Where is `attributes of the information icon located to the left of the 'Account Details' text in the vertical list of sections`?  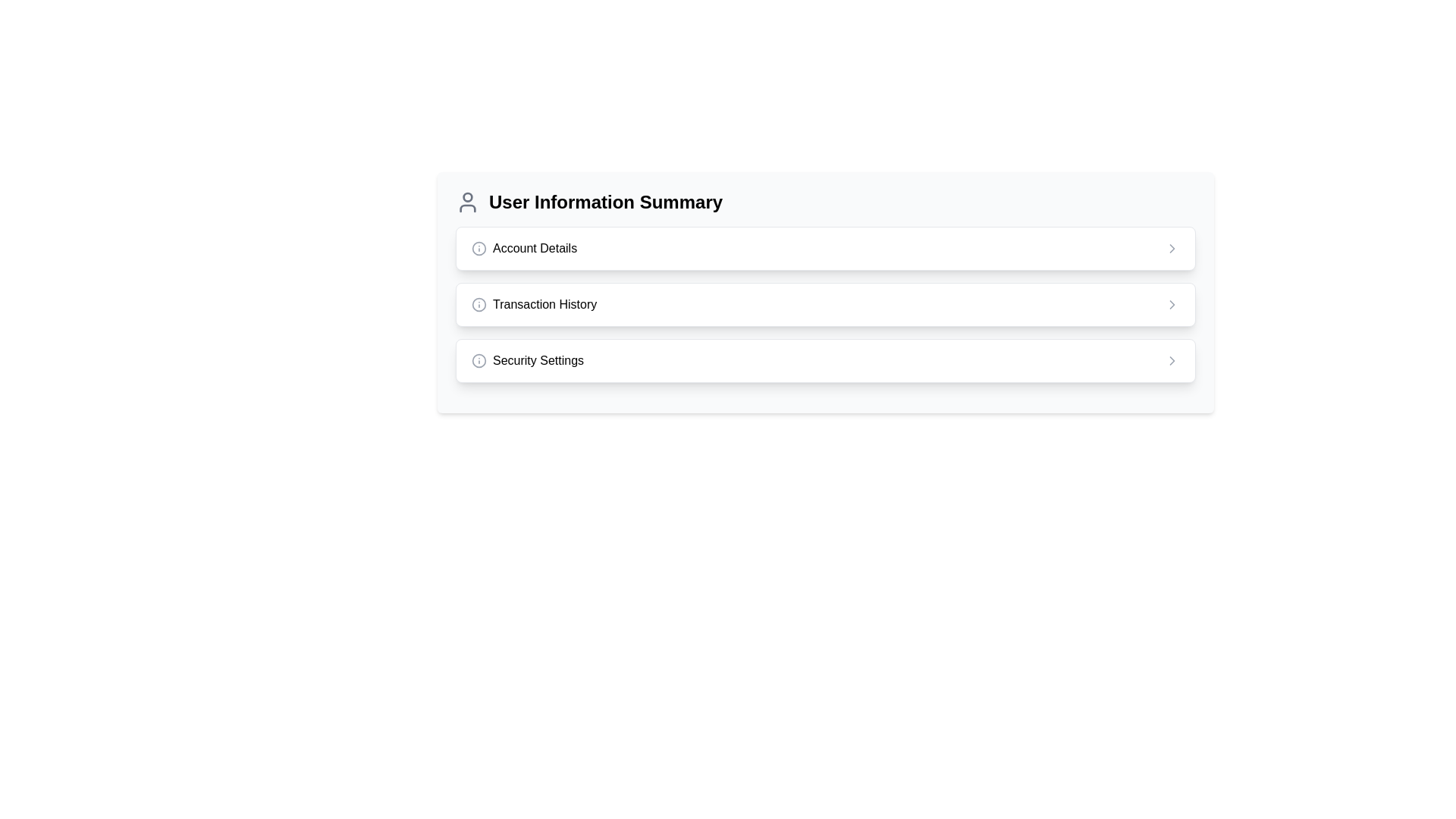
attributes of the information icon located to the left of the 'Account Details' text in the vertical list of sections is located at coordinates (479, 247).